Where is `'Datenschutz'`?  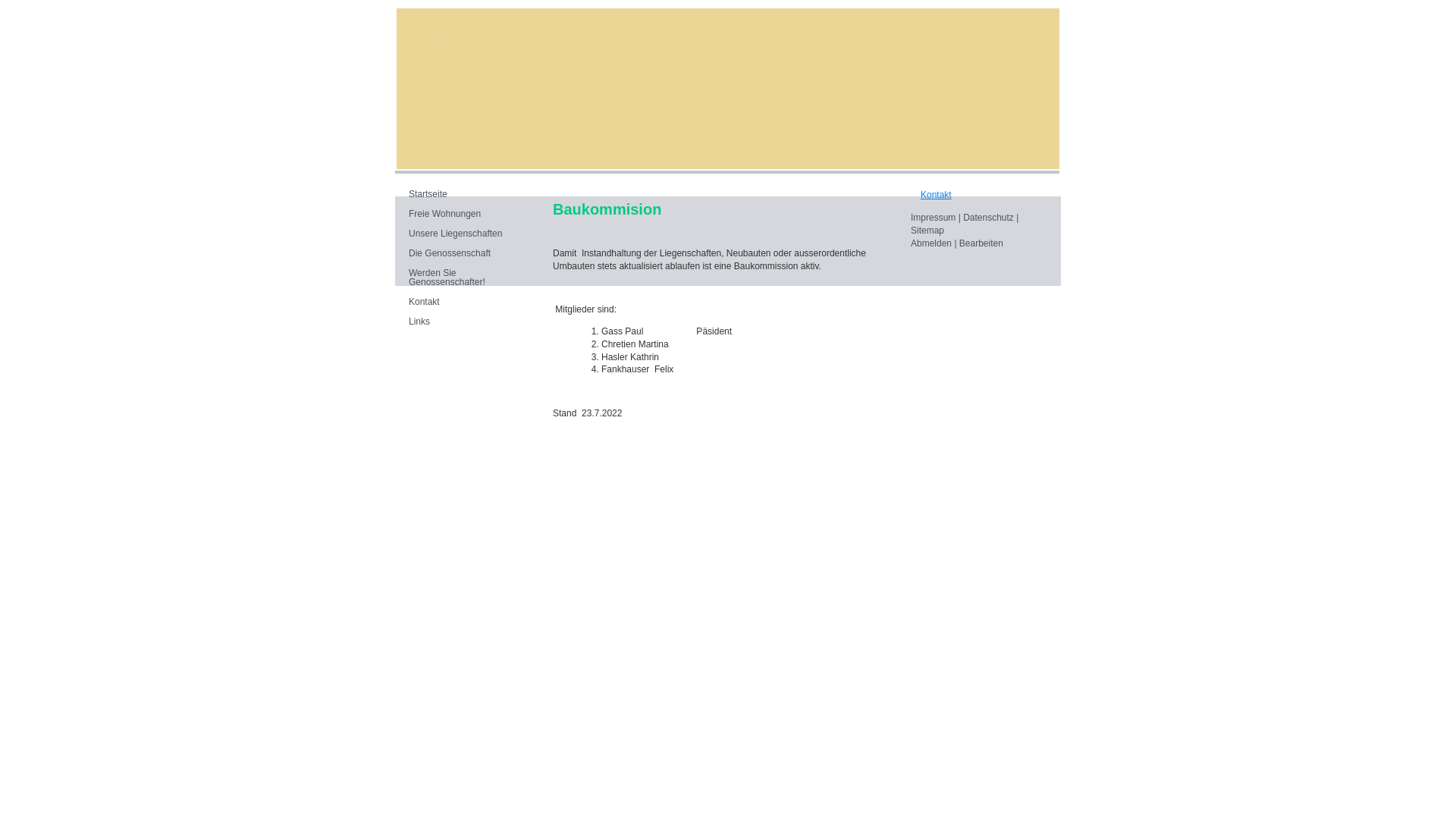
'Datenschutz' is located at coordinates (988, 217).